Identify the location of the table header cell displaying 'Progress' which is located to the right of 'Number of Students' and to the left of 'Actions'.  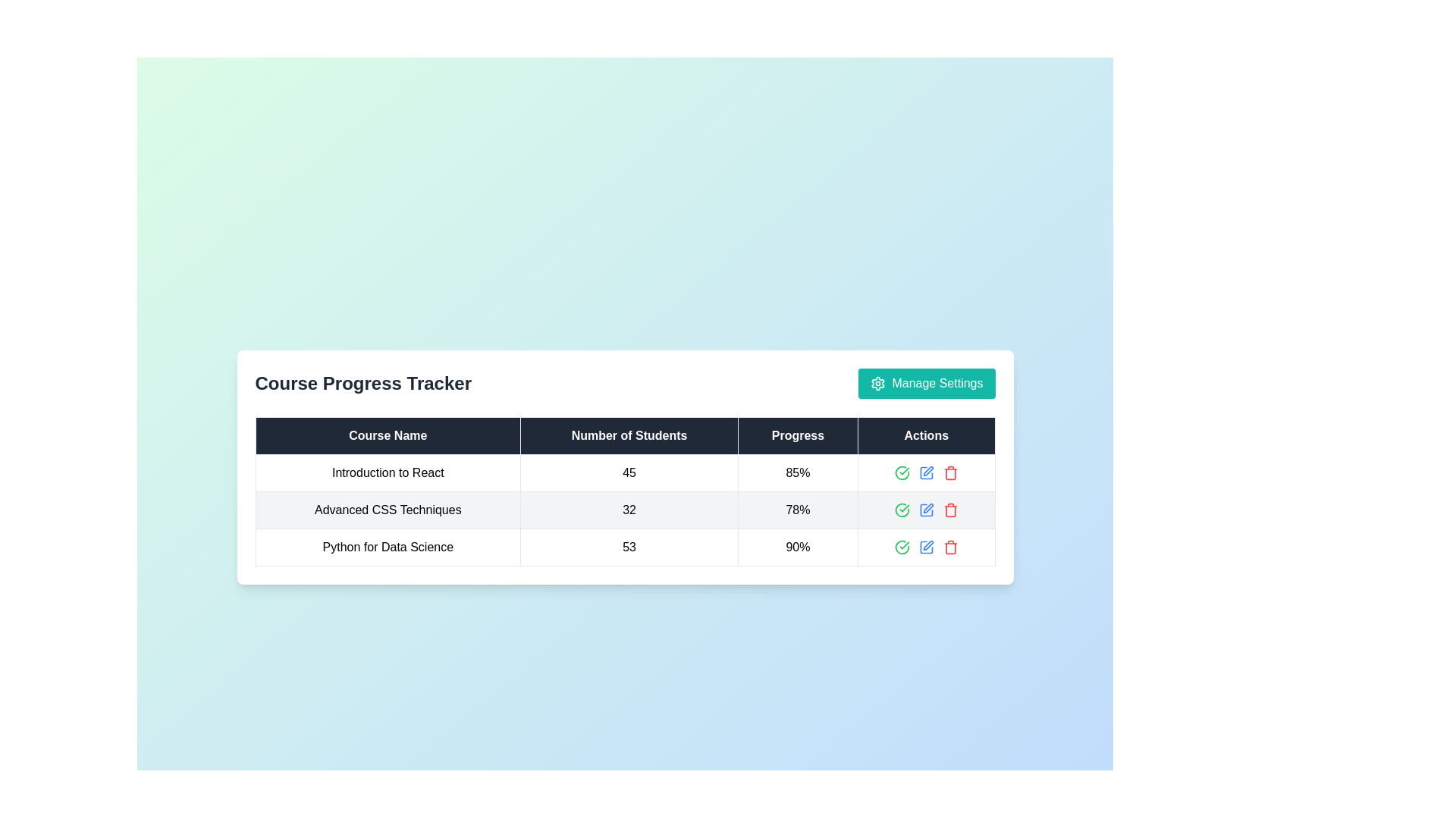
(797, 435).